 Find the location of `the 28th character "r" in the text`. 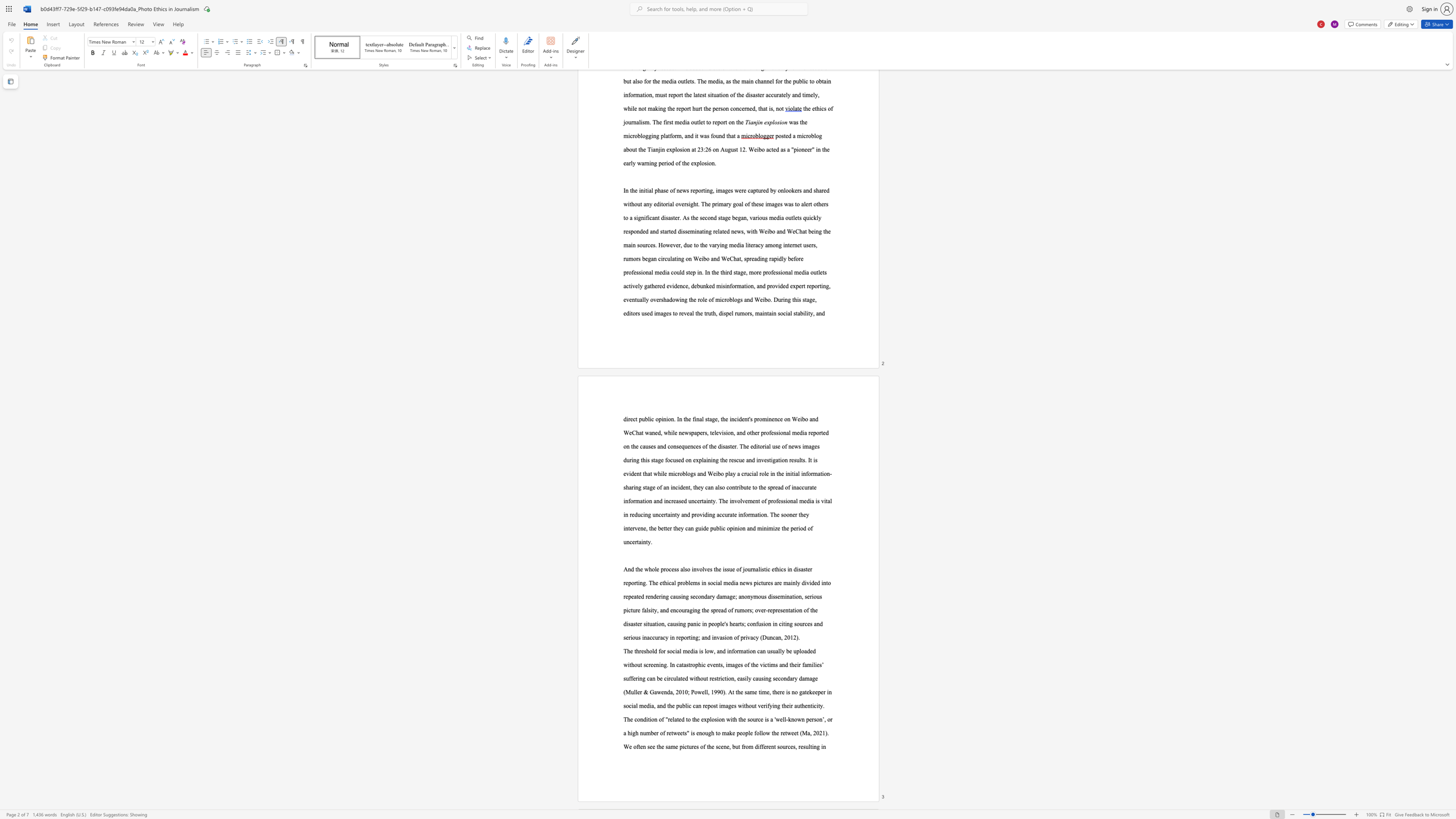

the 28th character "r" in the text is located at coordinates (744, 638).